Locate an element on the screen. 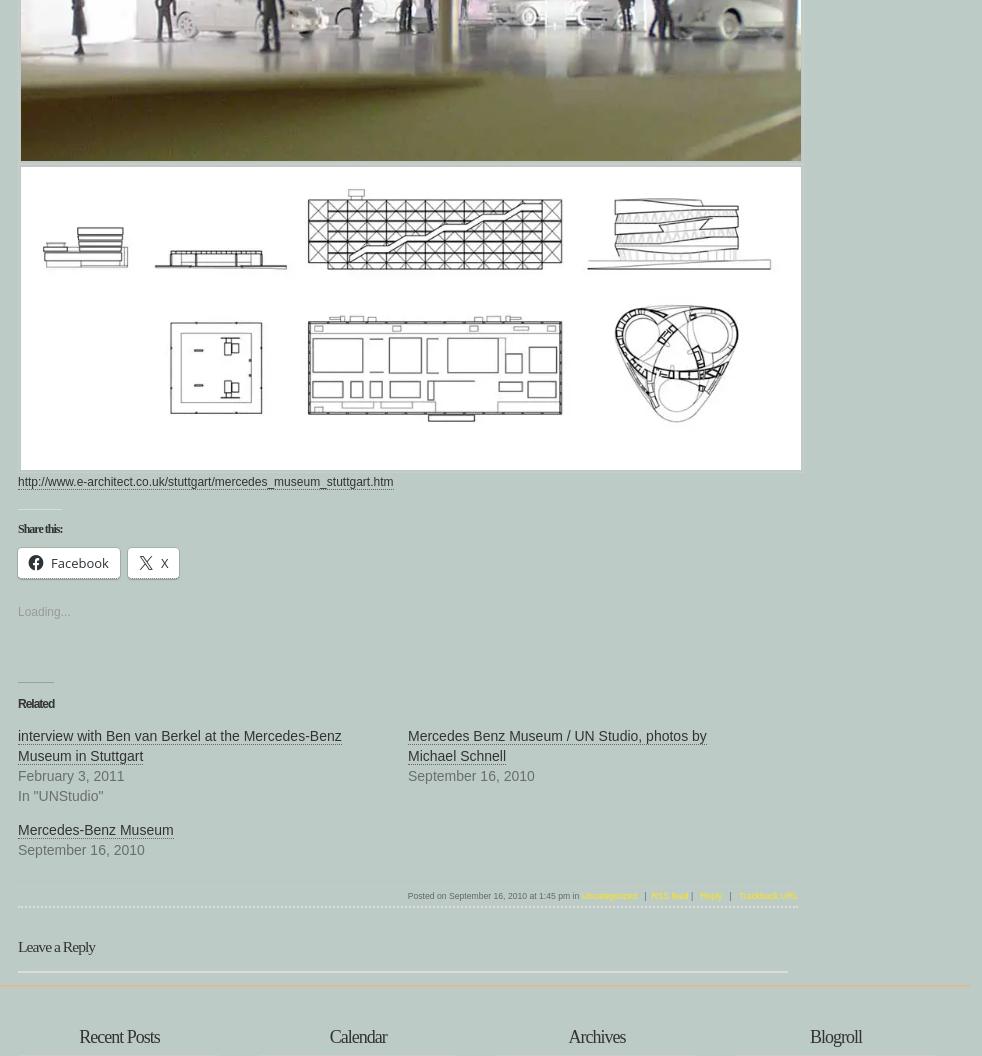 The height and width of the screenshot is (1056, 982). 'Trackback URL' is located at coordinates (768, 895).